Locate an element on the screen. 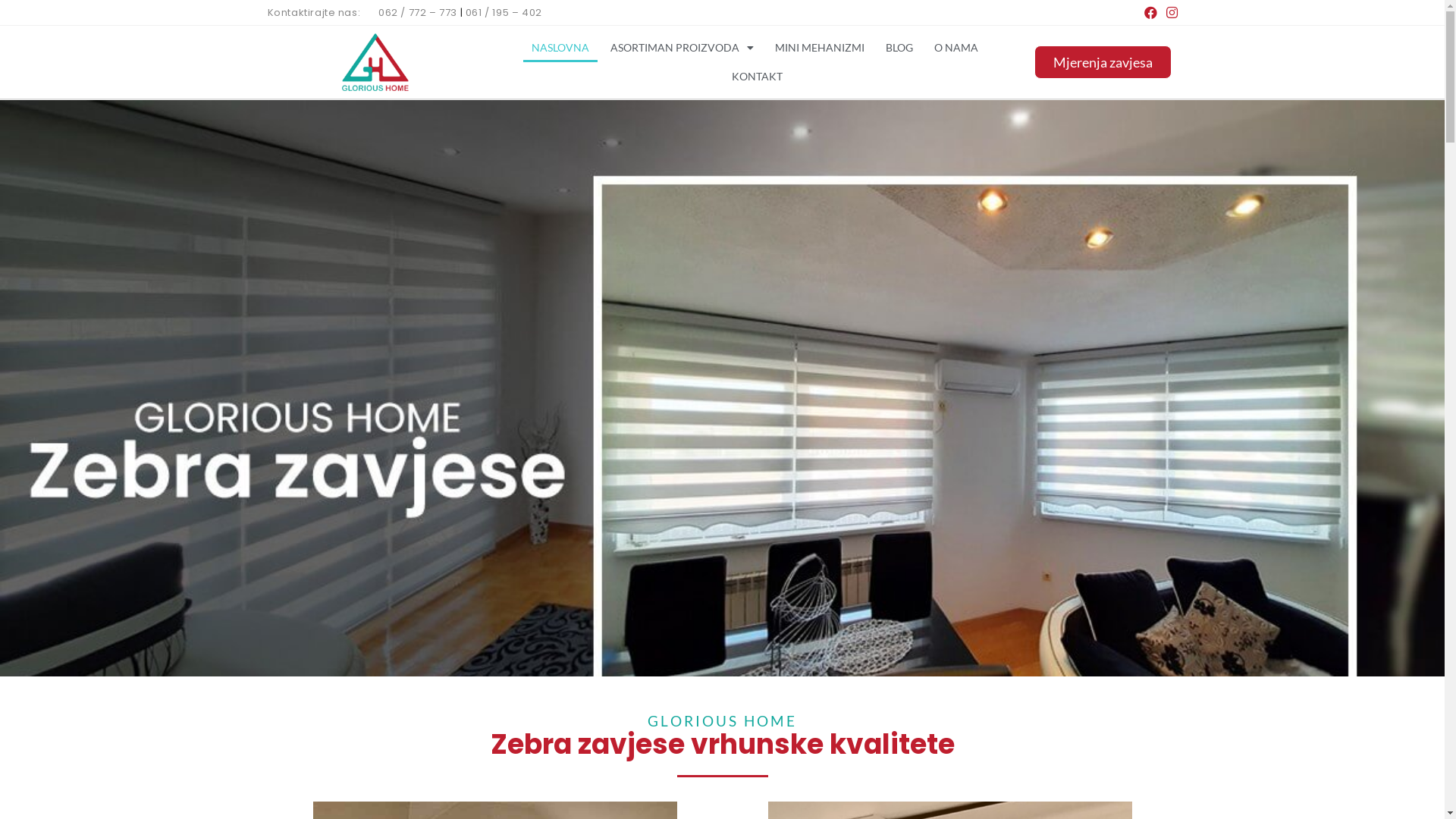 Image resolution: width=1456 pixels, height=819 pixels. 'KONTAKT' is located at coordinates (757, 76).